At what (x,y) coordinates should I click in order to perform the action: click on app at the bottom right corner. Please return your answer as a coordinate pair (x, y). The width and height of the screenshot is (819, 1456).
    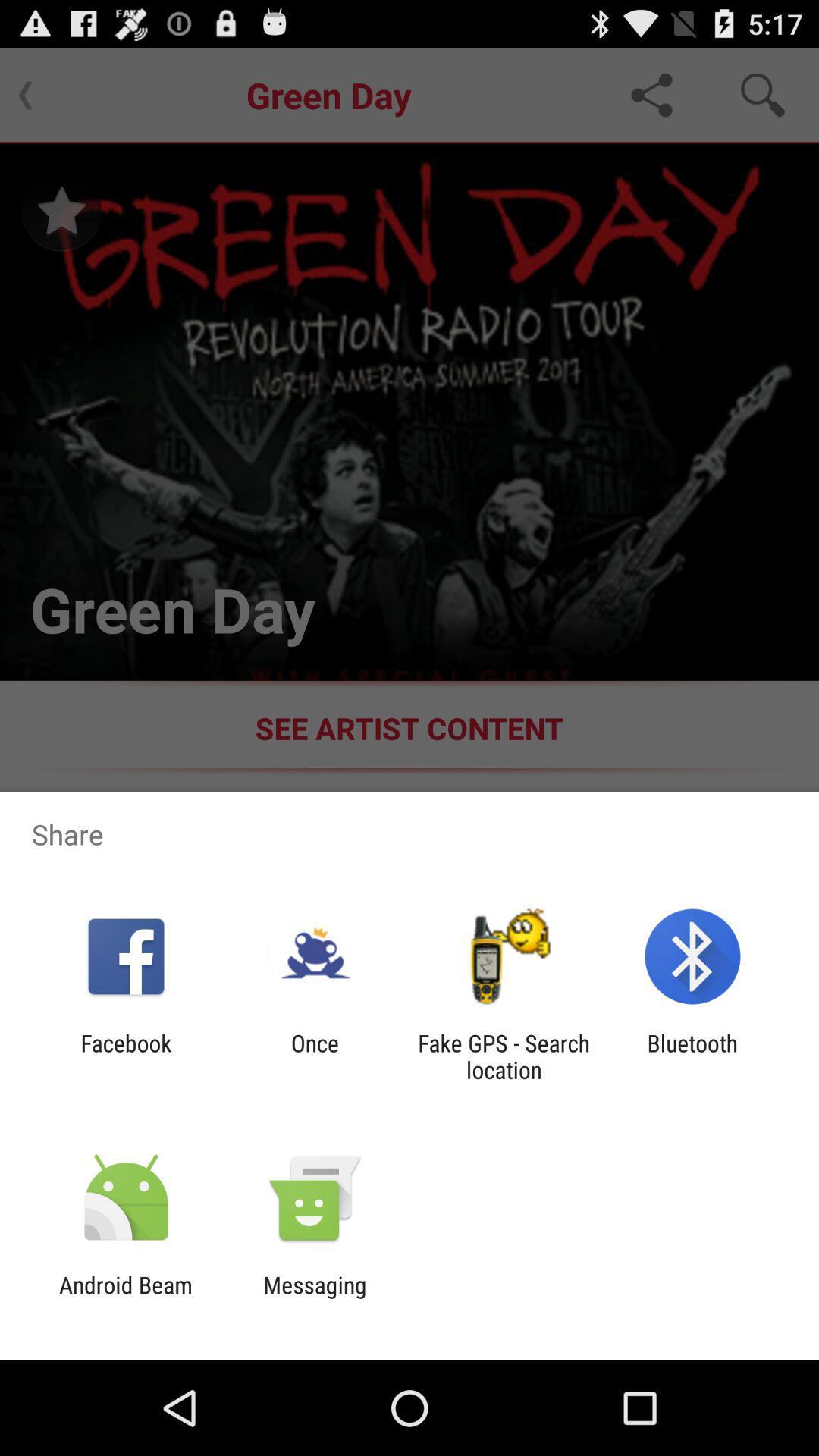
    Looking at the image, I should click on (692, 1056).